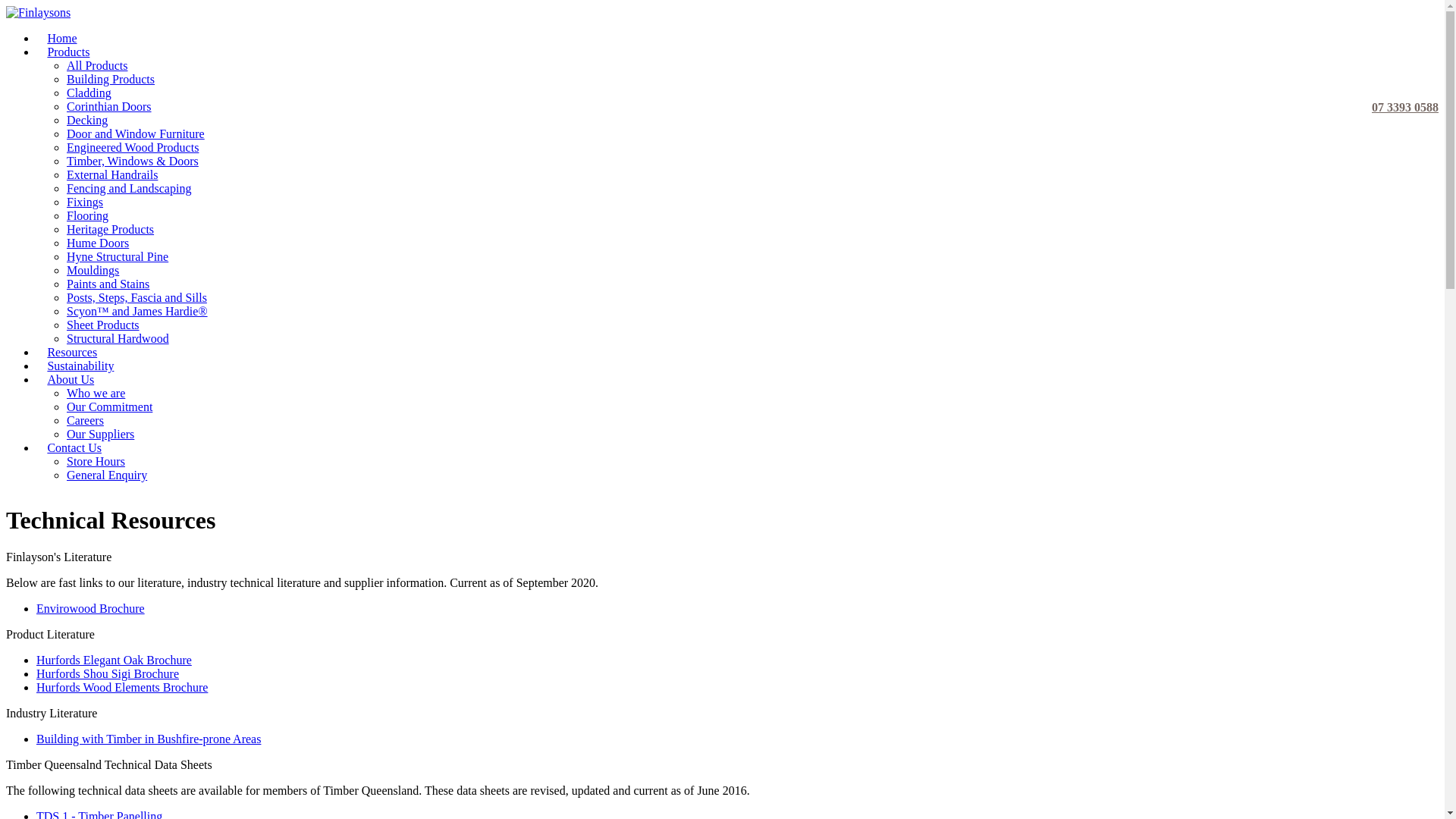 The height and width of the screenshot is (819, 1456). What do you see at coordinates (65, 460) in the screenshot?
I see `'Store Hours'` at bounding box center [65, 460].